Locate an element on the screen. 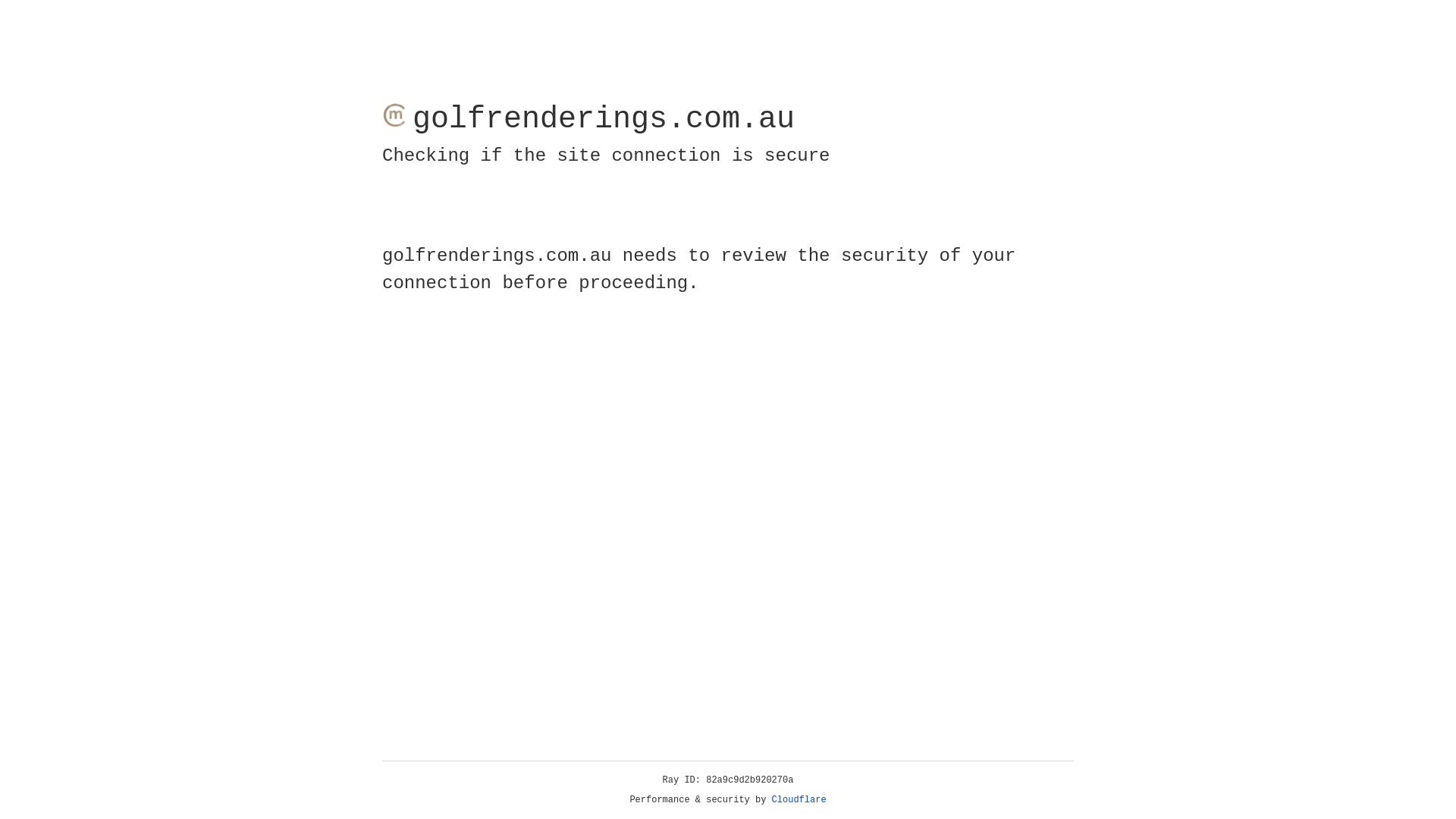  'Cloudflare' is located at coordinates (771, 799).